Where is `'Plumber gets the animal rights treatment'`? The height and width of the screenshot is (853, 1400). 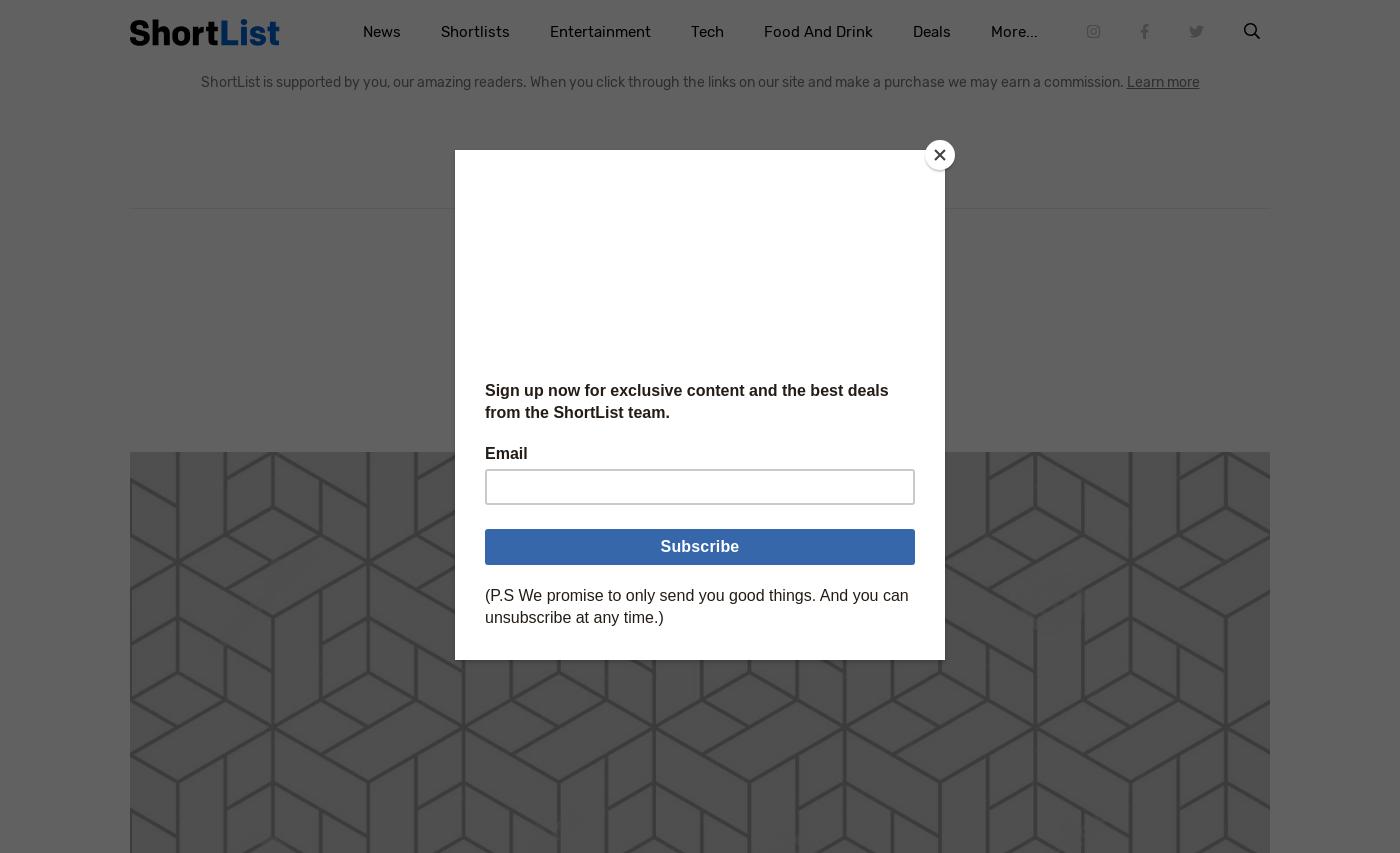 'Plumber gets the animal rights treatment' is located at coordinates (473, 350).